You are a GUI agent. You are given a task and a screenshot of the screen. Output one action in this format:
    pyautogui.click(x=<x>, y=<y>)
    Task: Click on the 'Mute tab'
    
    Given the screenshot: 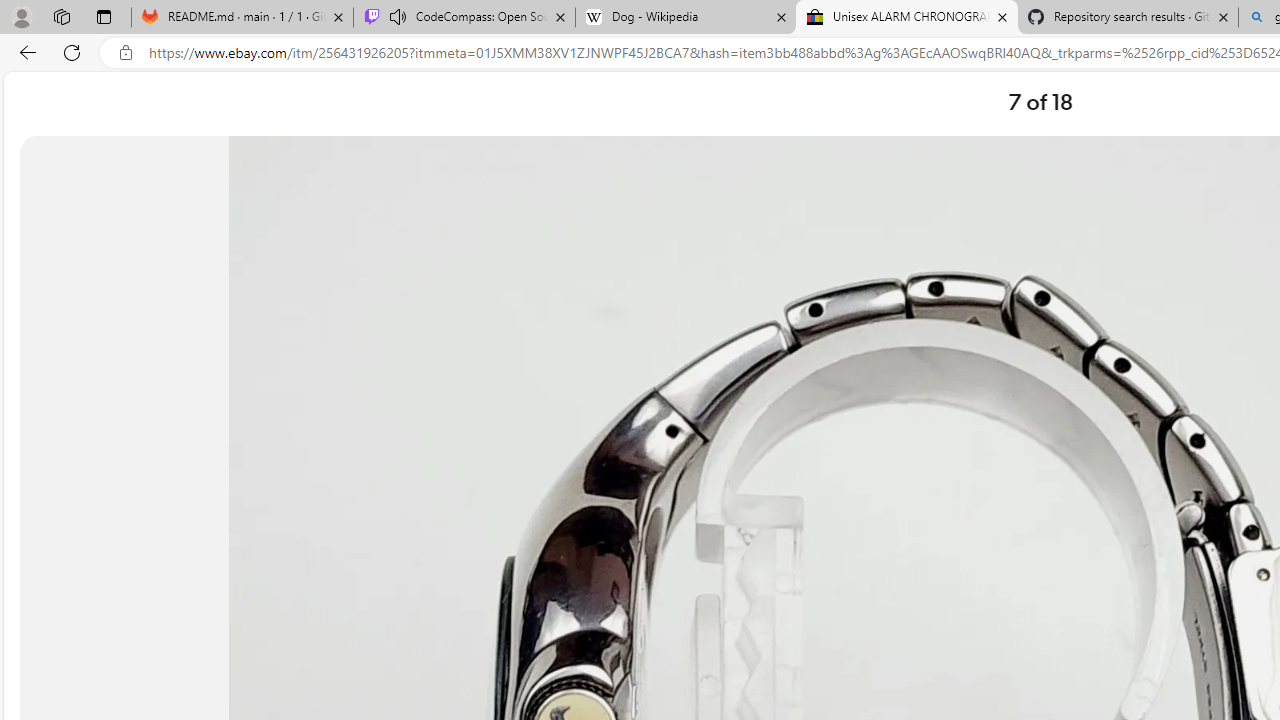 What is the action you would take?
    pyautogui.click(x=398, y=16)
    